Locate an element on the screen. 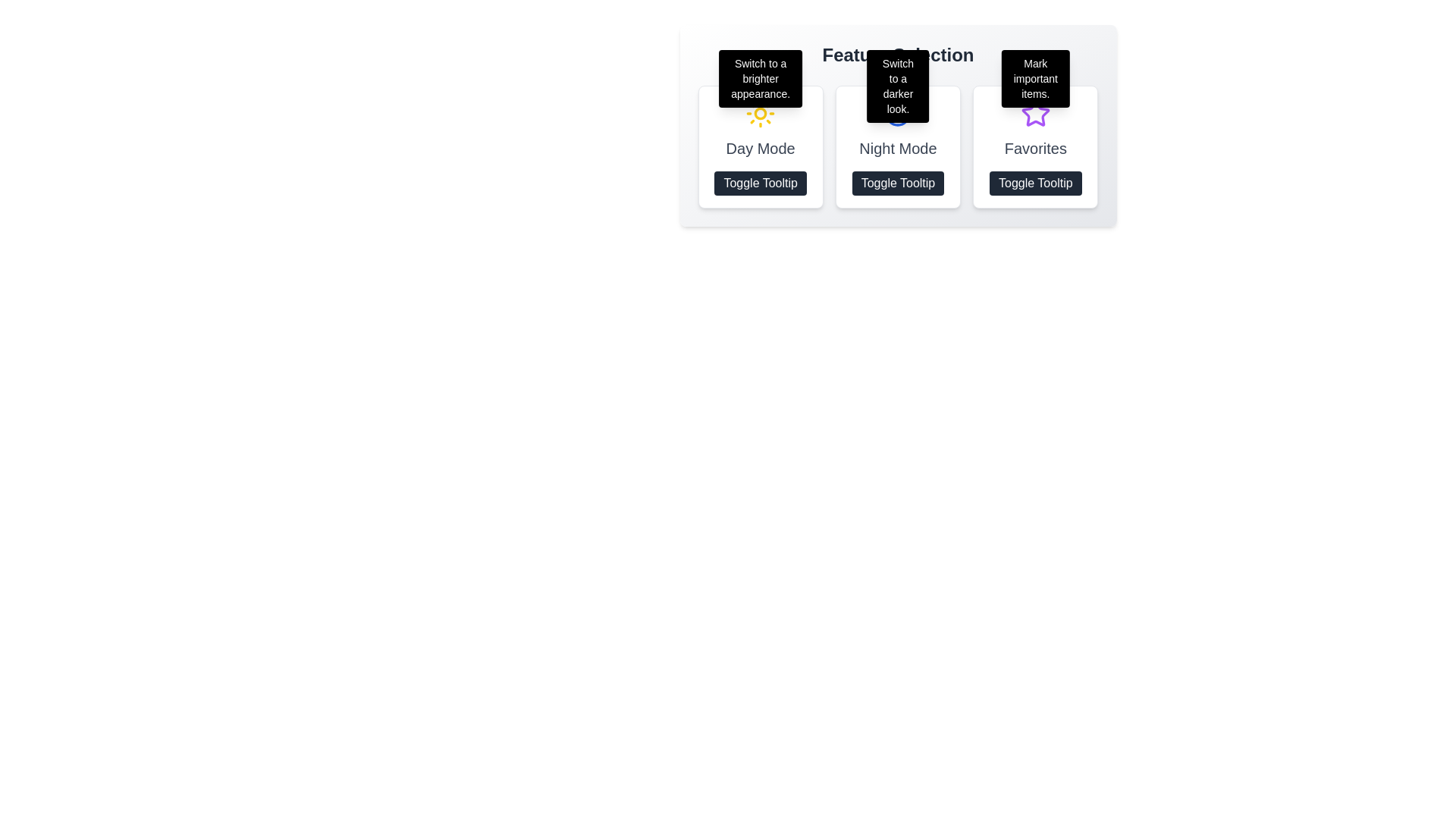  the circular blue icon with a crescent moon shape located in the 'Night Mode' section, which is positioned above the 'Toggle Tooltip' text is located at coordinates (898, 113).